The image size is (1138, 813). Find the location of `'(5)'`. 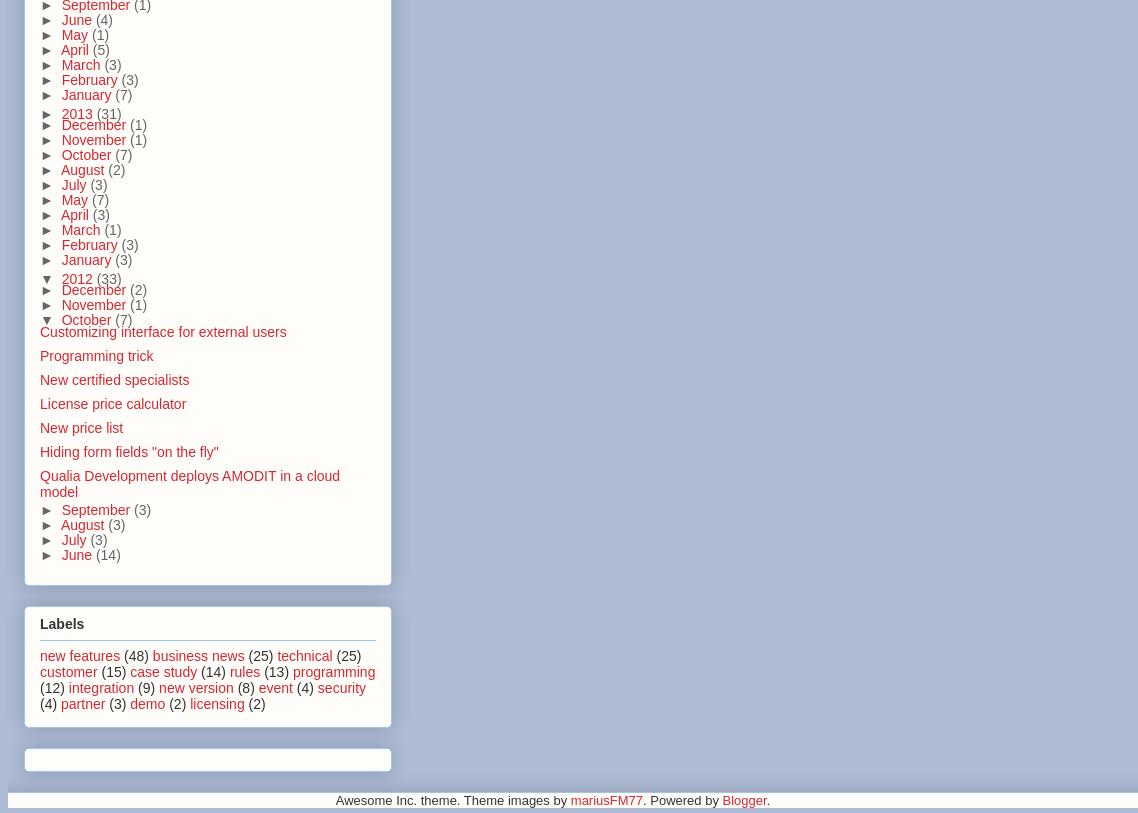

'(5)' is located at coordinates (99, 48).